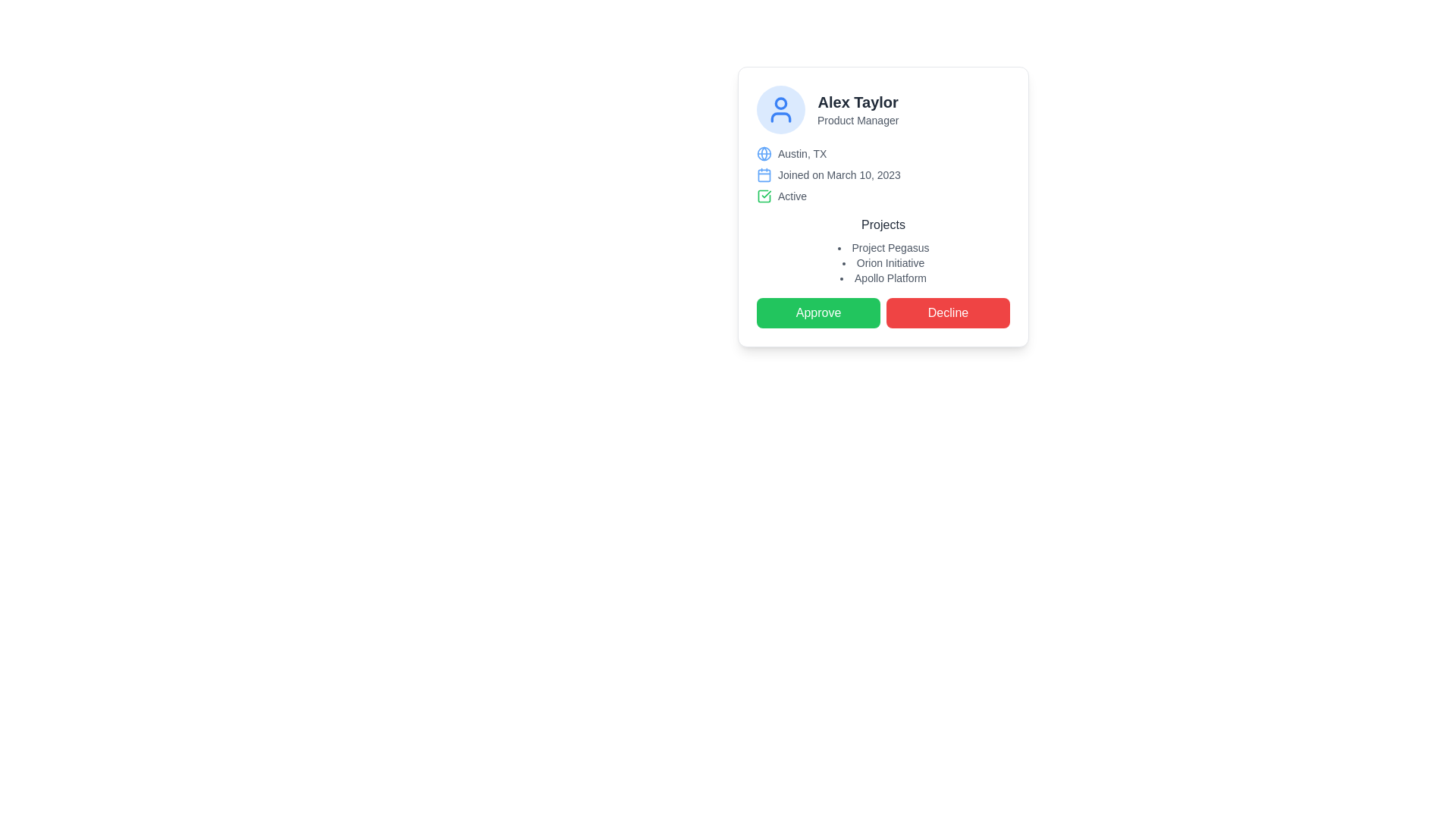  Describe the element at coordinates (792, 195) in the screenshot. I see `the status informational Text label located within the profile card, positioned to the right of the green checkmark icon` at that location.